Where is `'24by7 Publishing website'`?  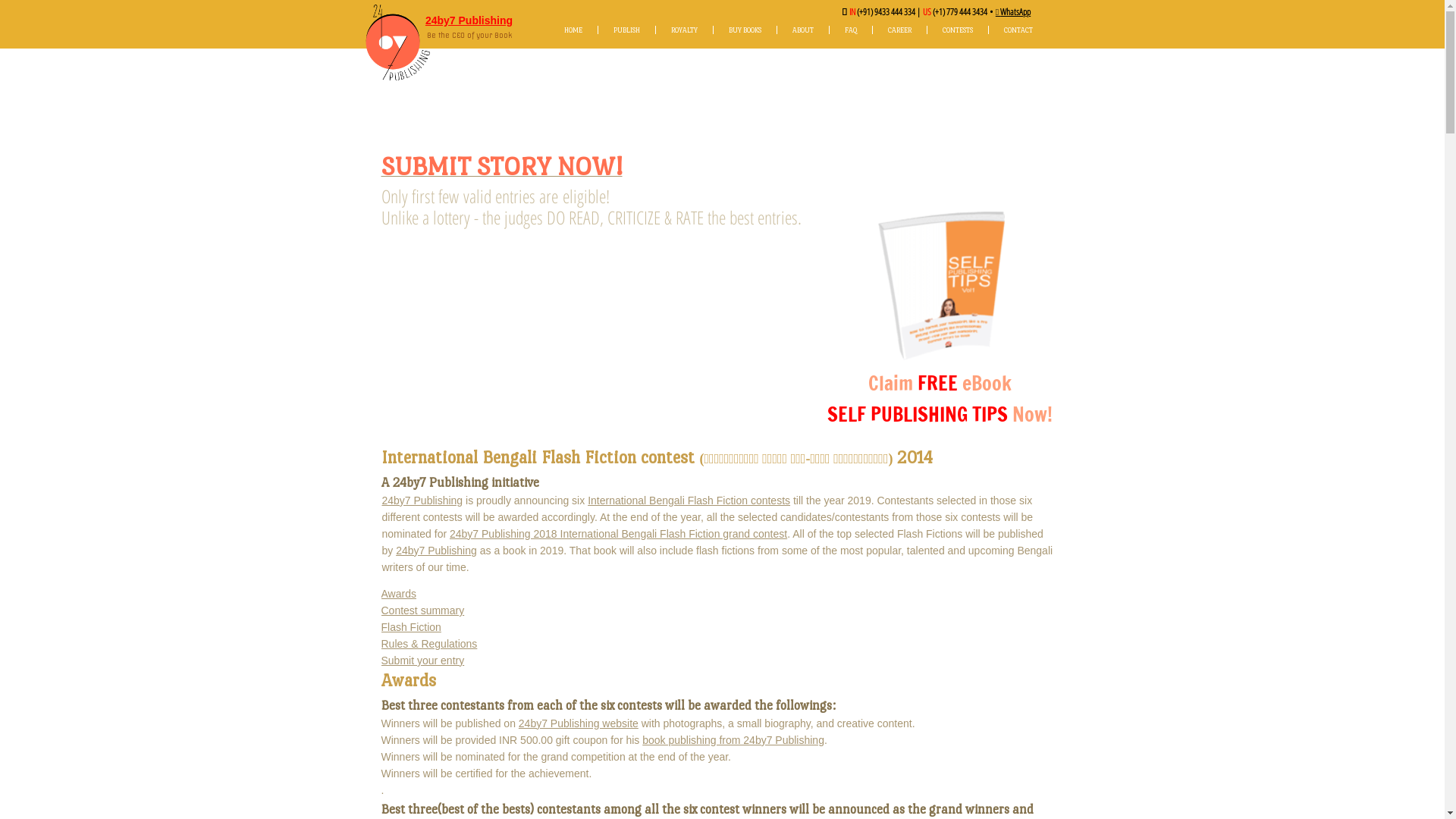
'24by7 Publishing website' is located at coordinates (519, 722).